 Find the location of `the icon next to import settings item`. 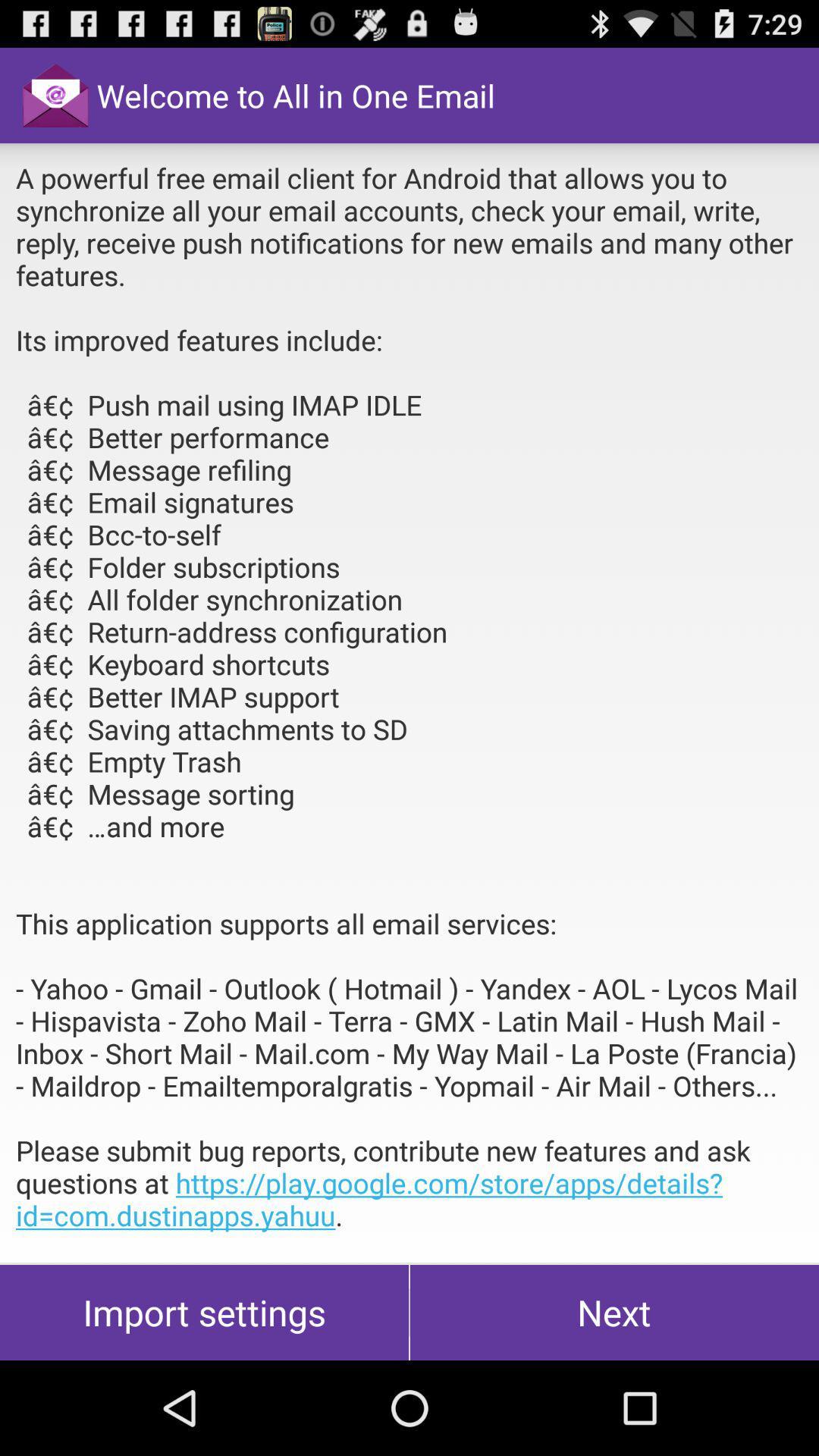

the icon next to import settings item is located at coordinates (614, 1312).